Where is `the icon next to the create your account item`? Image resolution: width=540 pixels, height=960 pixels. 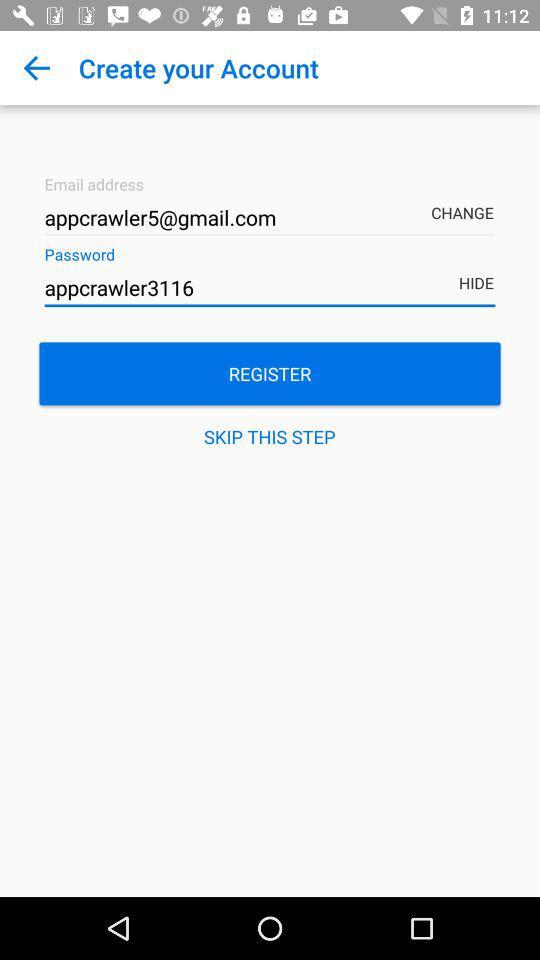
the icon next to the create your account item is located at coordinates (36, 68).